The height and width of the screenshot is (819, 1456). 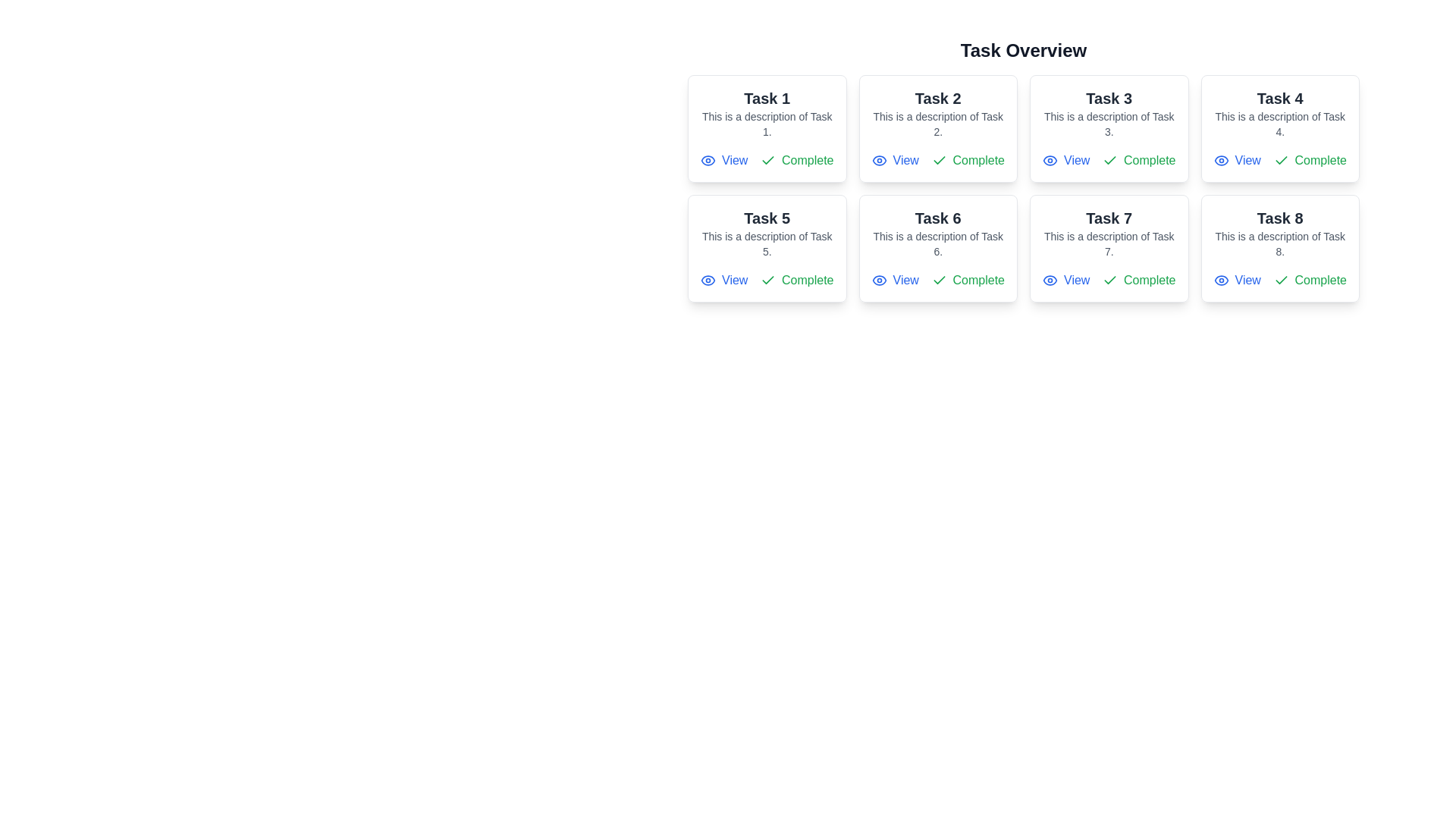 I want to click on the green checkmark icon within the 'Complete' button in the third task card of the top row, so click(x=1110, y=160).